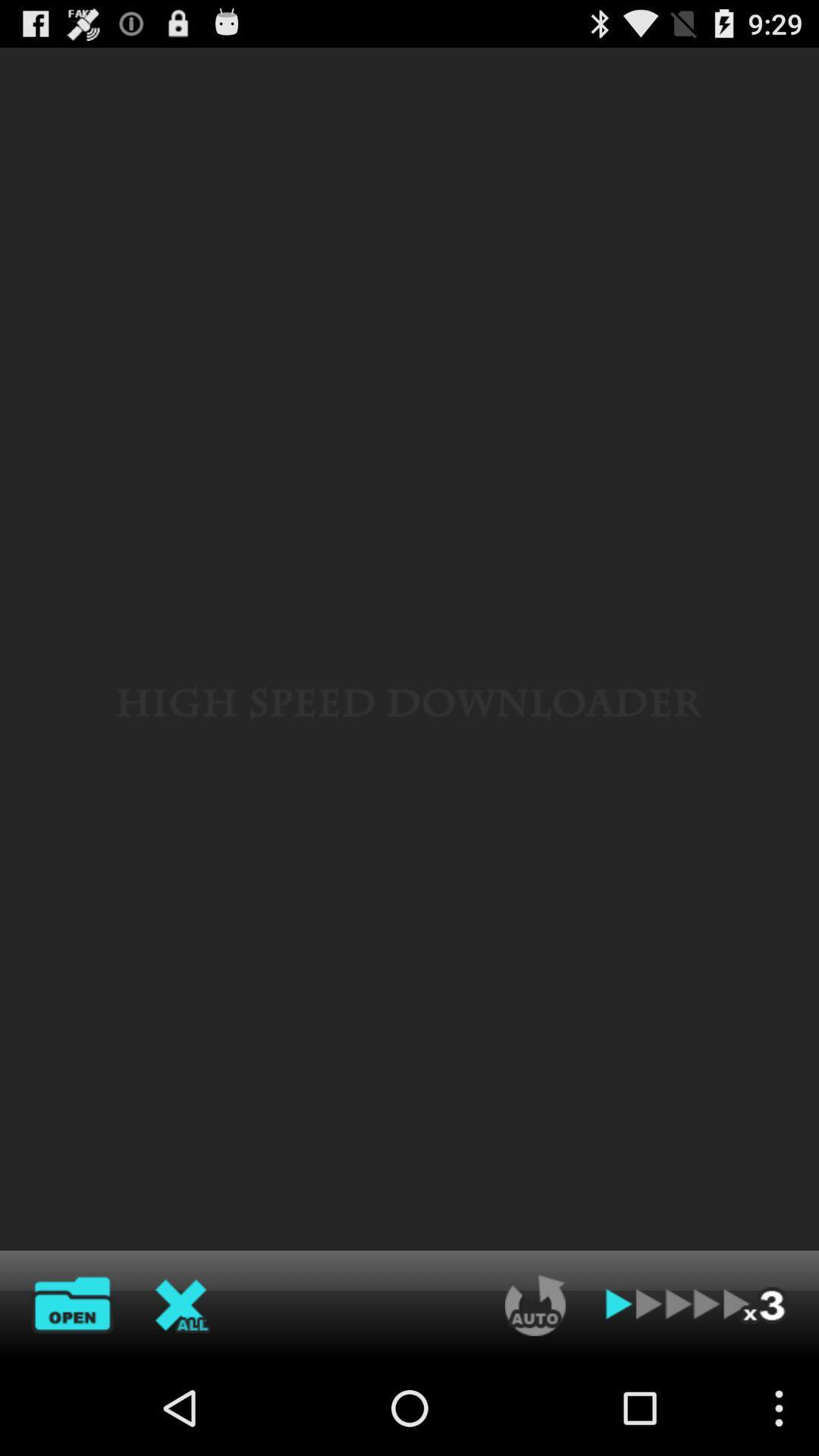  I want to click on the close icon, so click(182, 1396).